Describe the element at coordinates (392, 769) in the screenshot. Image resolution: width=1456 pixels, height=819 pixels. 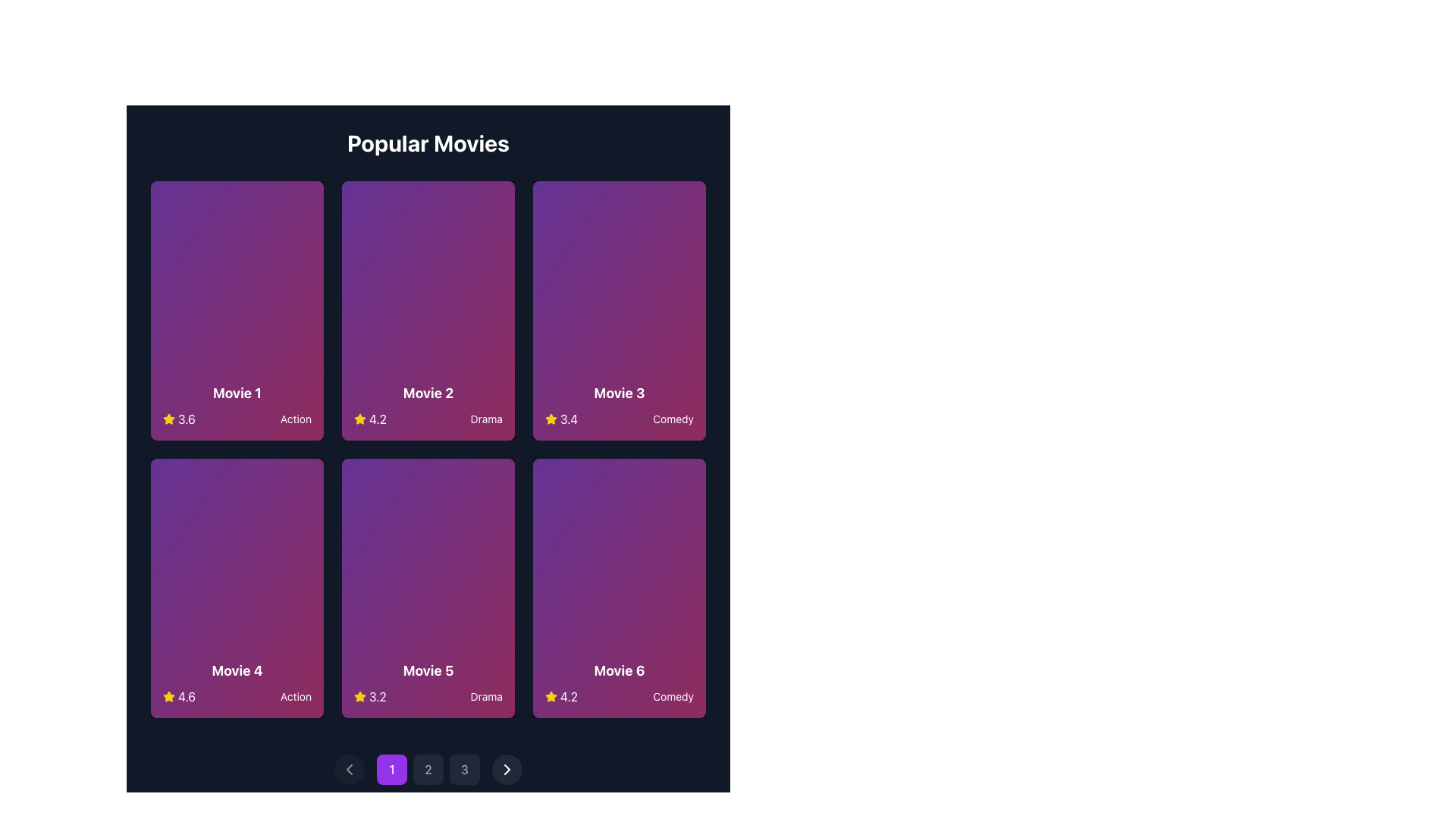
I see `the pagination button that navigates to the first page of the content view` at that location.